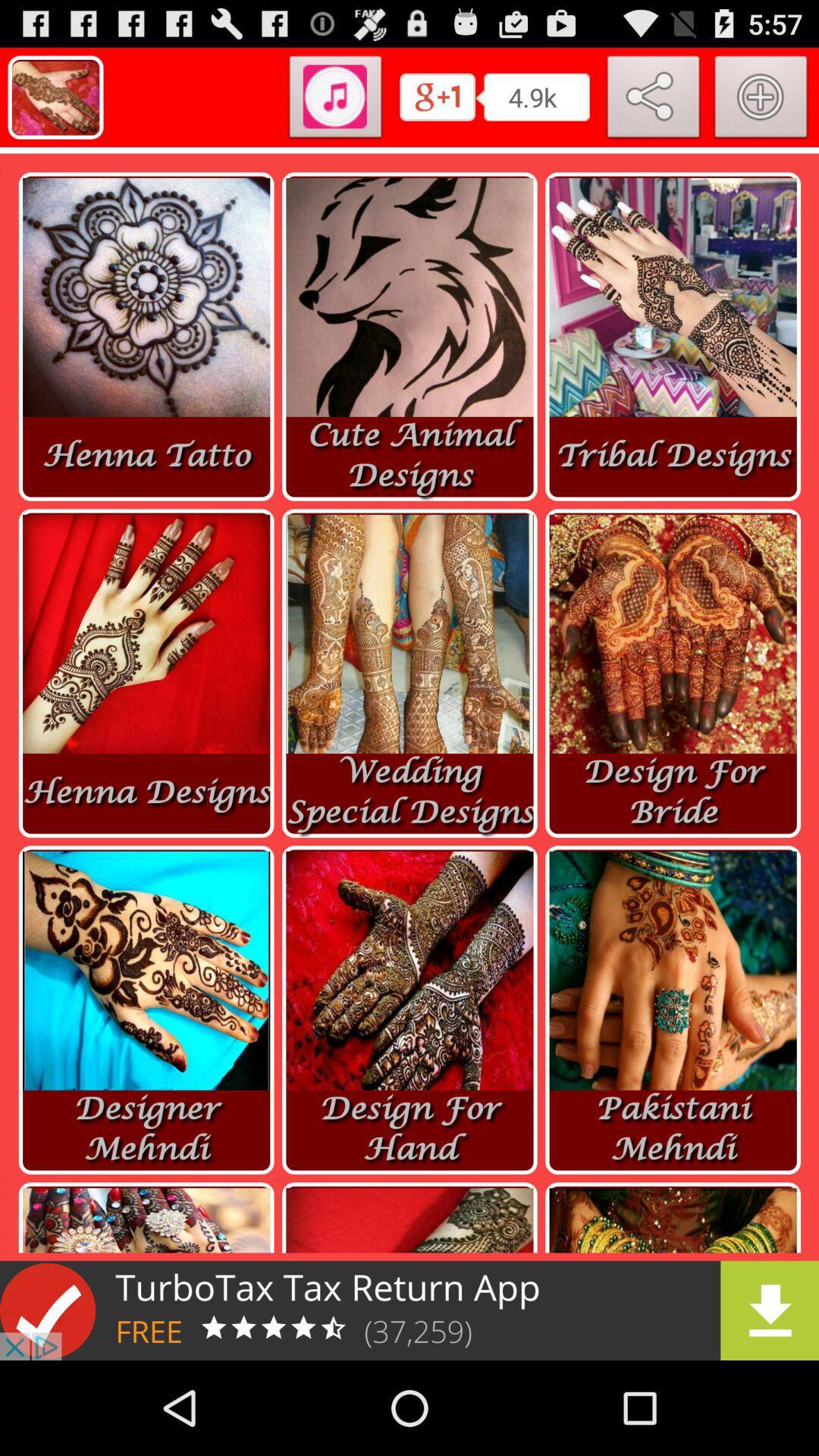  Describe the element at coordinates (653, 99) in the screenshot. I see `share this` at that location.